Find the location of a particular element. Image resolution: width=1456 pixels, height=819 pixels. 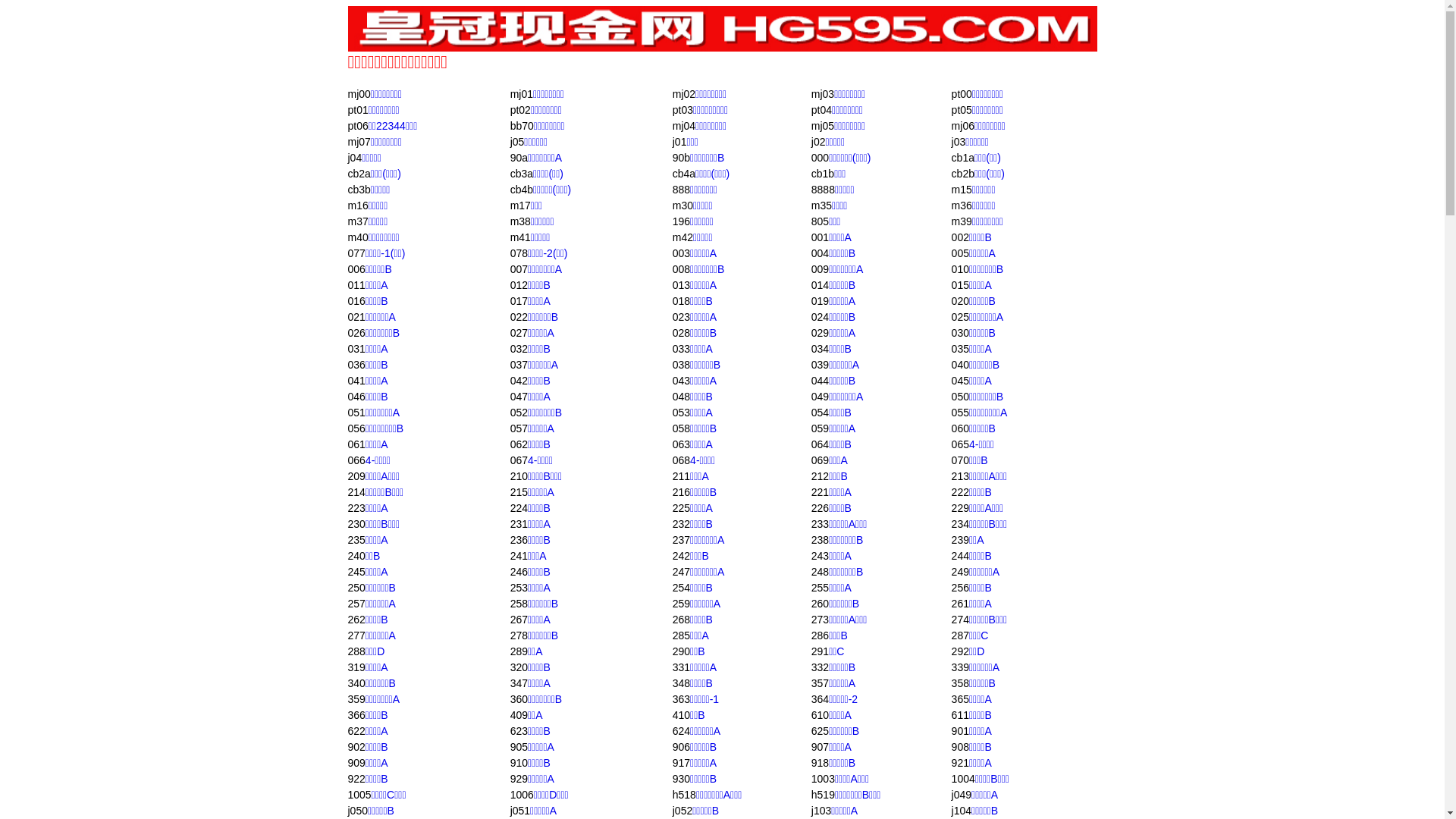

'046' is located at coordinates (355, 396).